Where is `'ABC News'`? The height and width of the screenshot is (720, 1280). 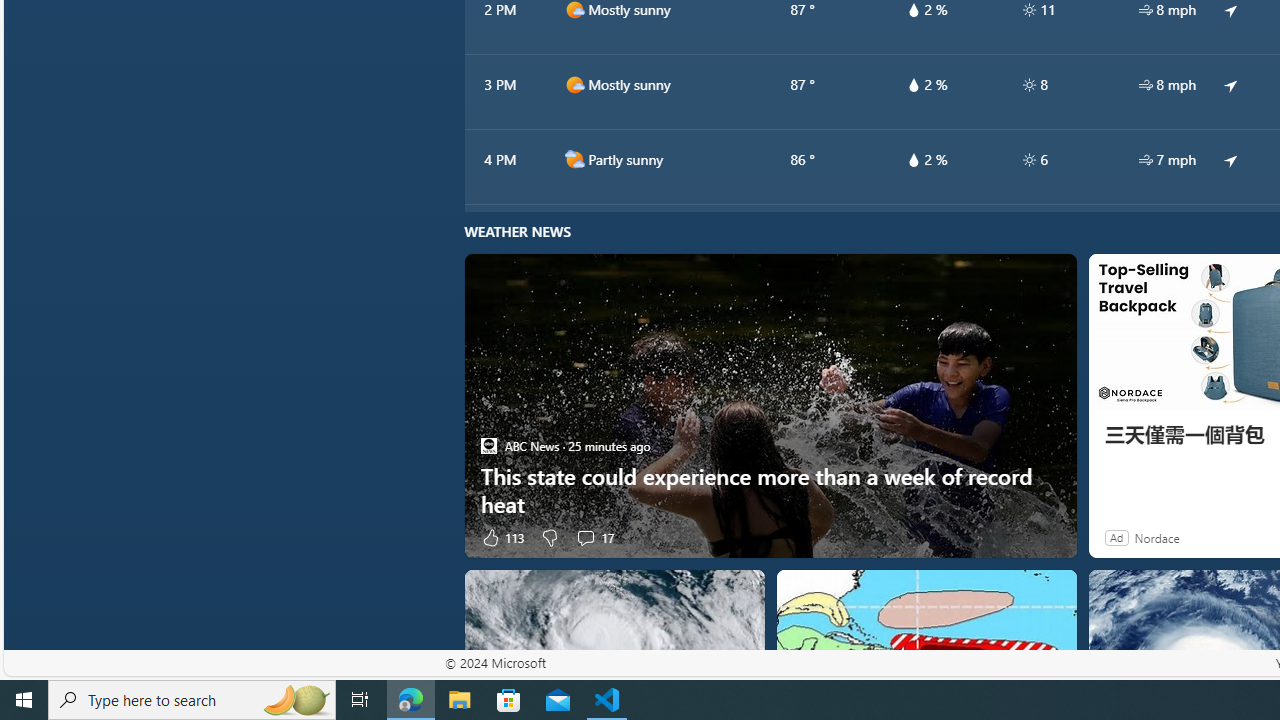
'ABC News' is located at coordinates (488, 445).